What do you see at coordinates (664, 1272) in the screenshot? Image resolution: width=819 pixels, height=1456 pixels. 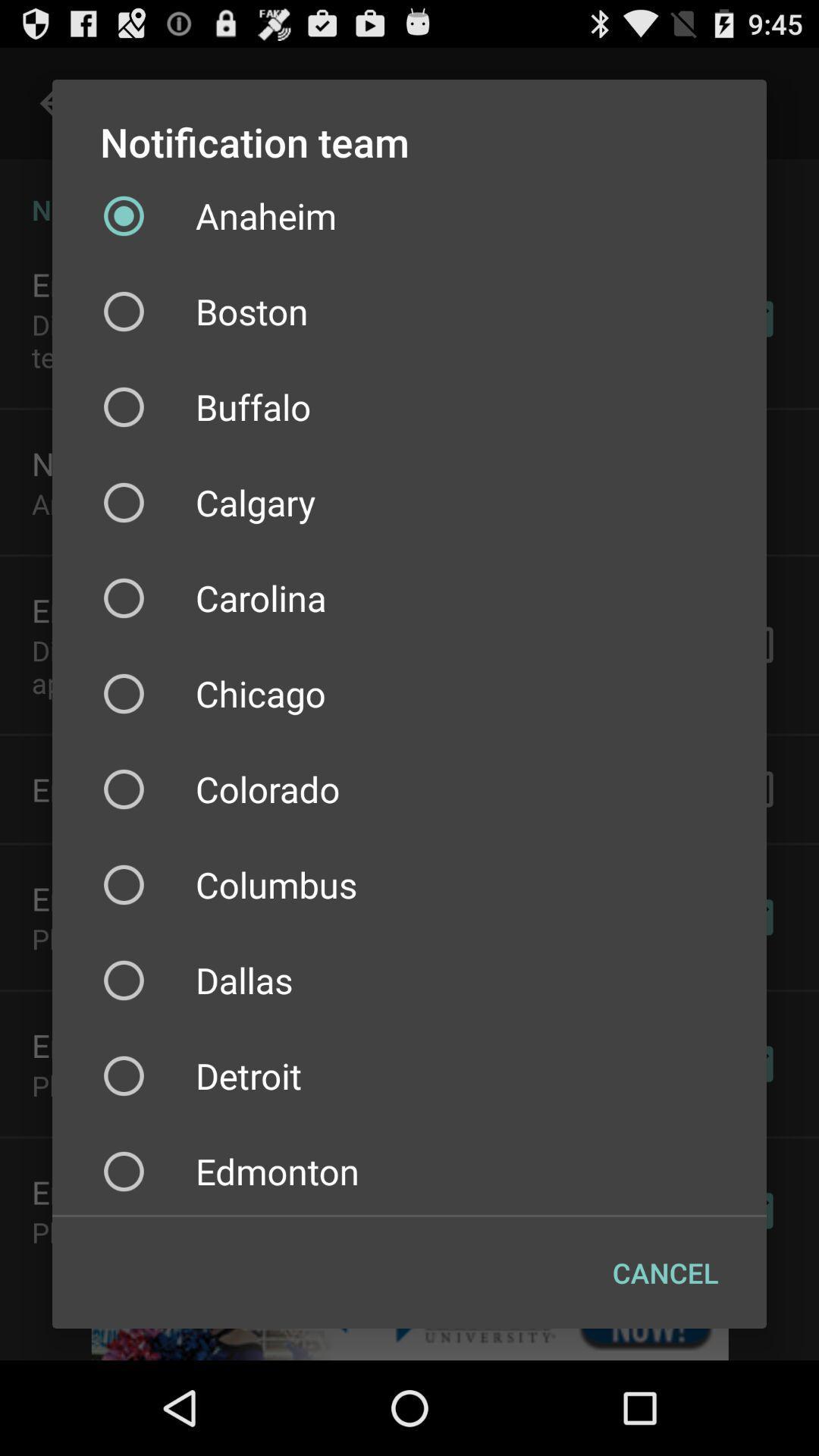 I see `item below edmonton` at bounding box center [664, 1272].